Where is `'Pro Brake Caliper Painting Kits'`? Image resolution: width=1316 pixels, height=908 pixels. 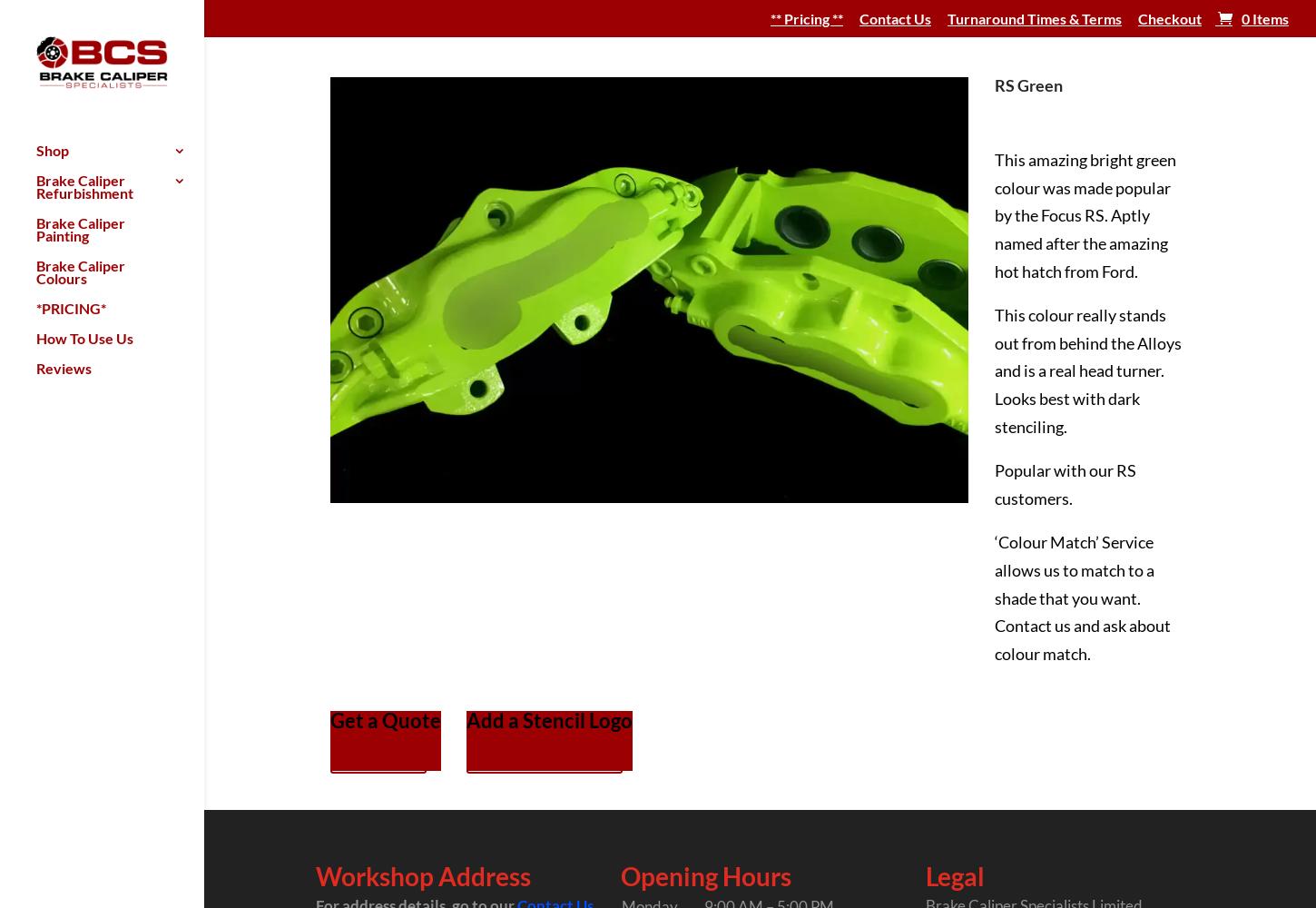
'Pro Brake Caliper Painting Kits' is located at coordinates (300, 235).